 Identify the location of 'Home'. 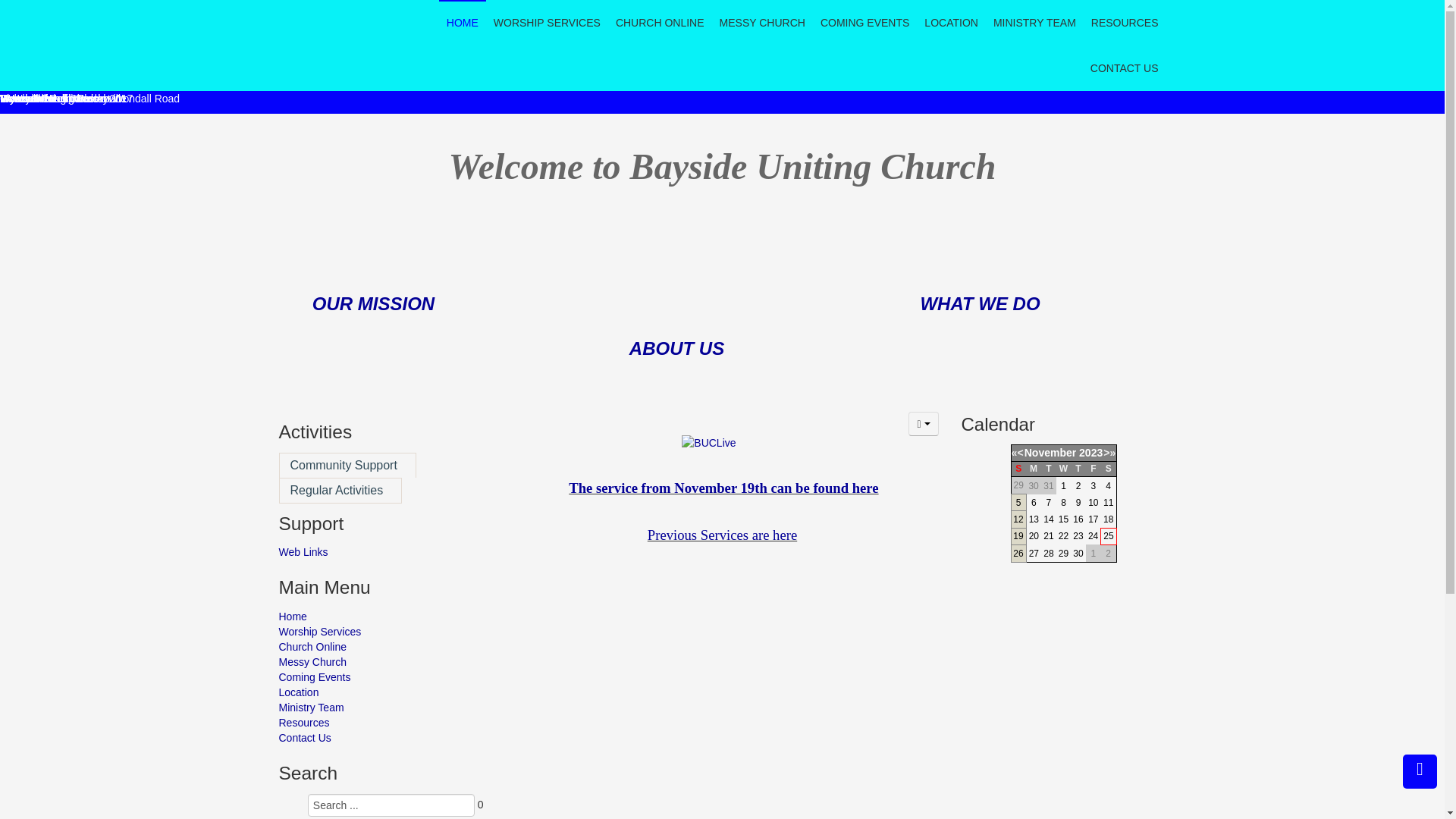
(381, 617).